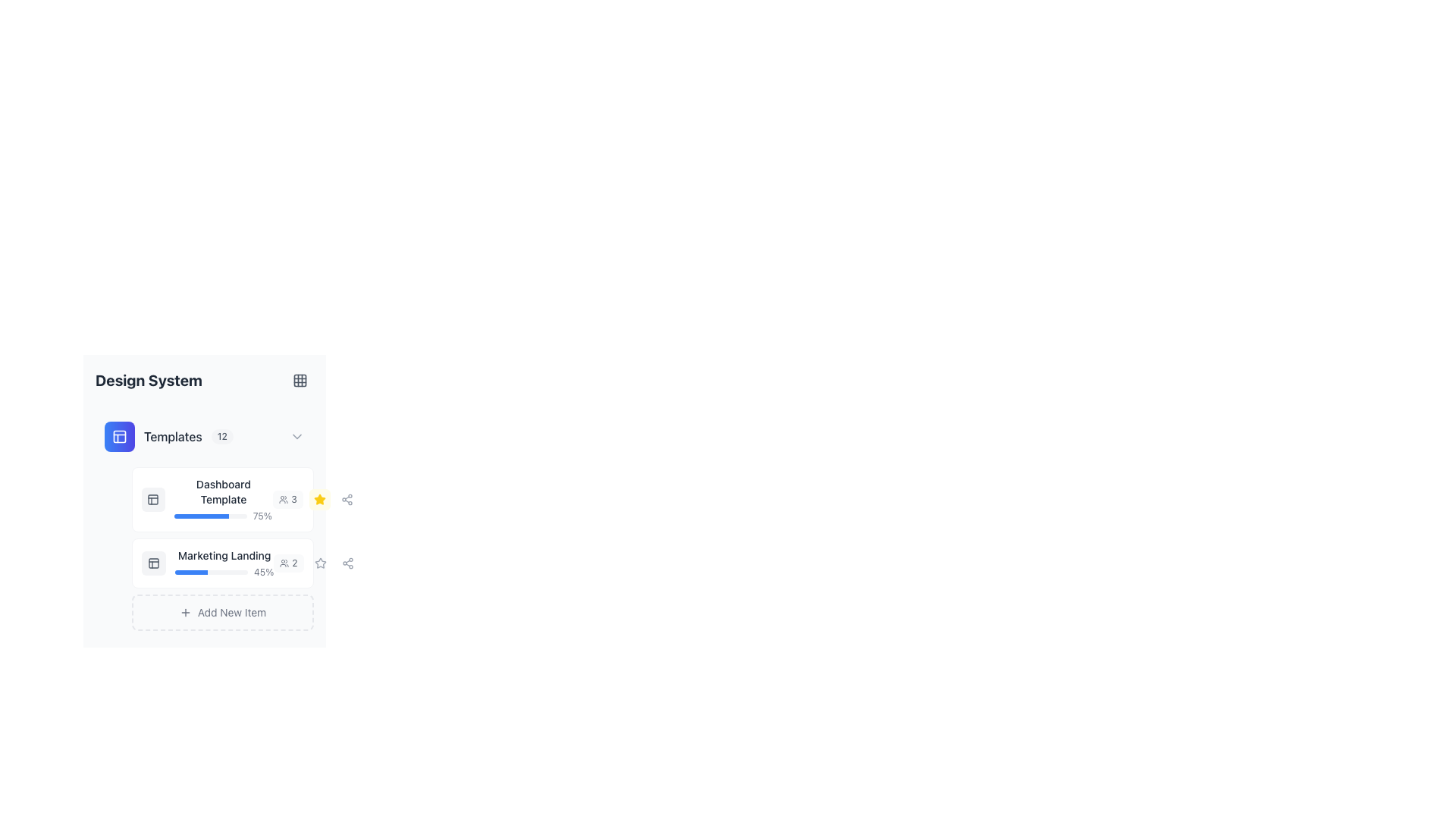 The height and width of the screenshot is (819, 1456). I want to click on the text displaying the number of users associated with the 'Marketing Landing' template, located in the bottom-right corner of the light gray rounded rectangular component labeled 'Marketing Landing', so click(294, 563).